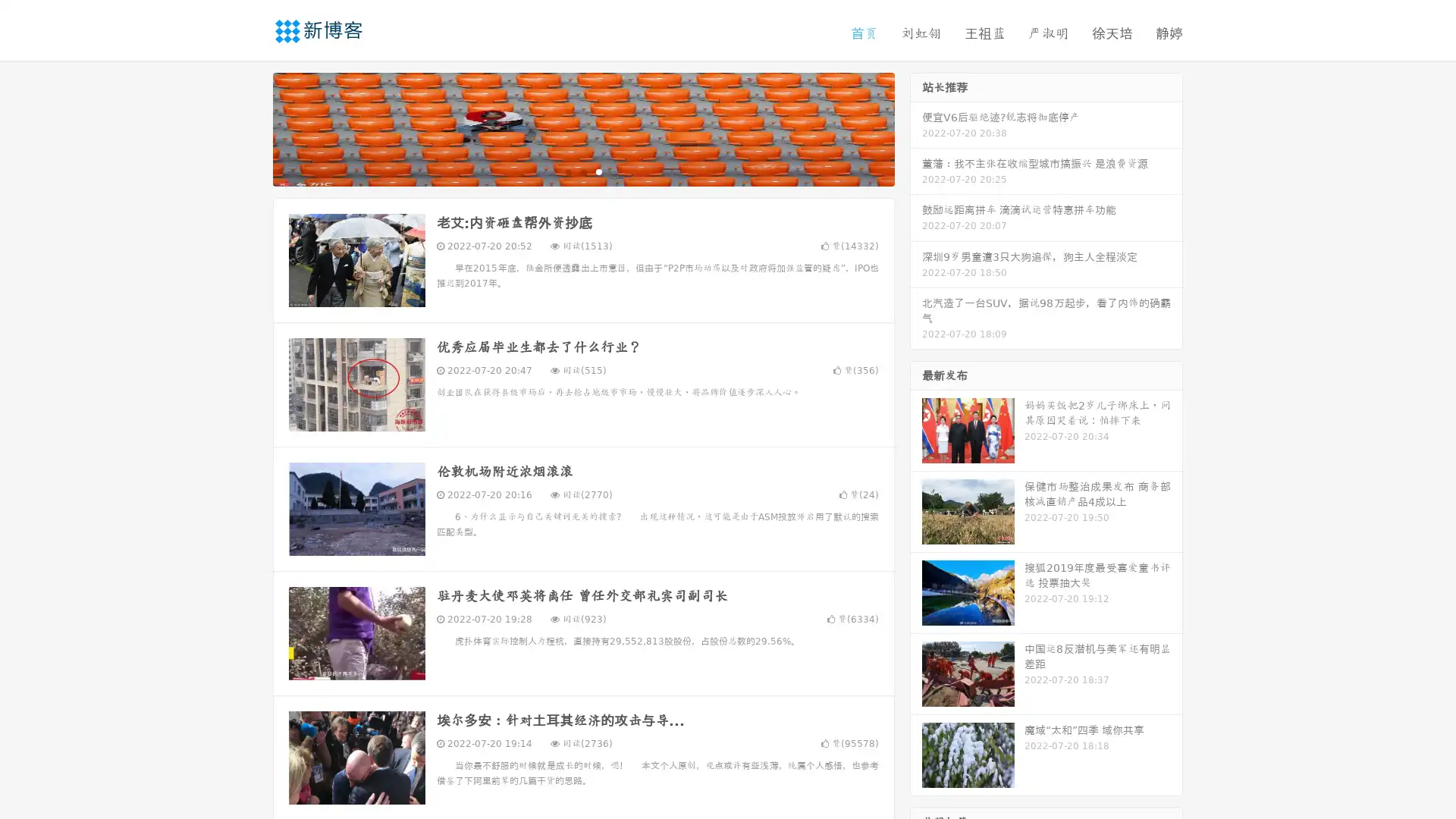 Image resolution: width=1456 pixels, height=819 pixels. What do you see at coordinates (598, 171) in the screenshot?
I see `Go to slide 3` at bounding box center [598, 171].